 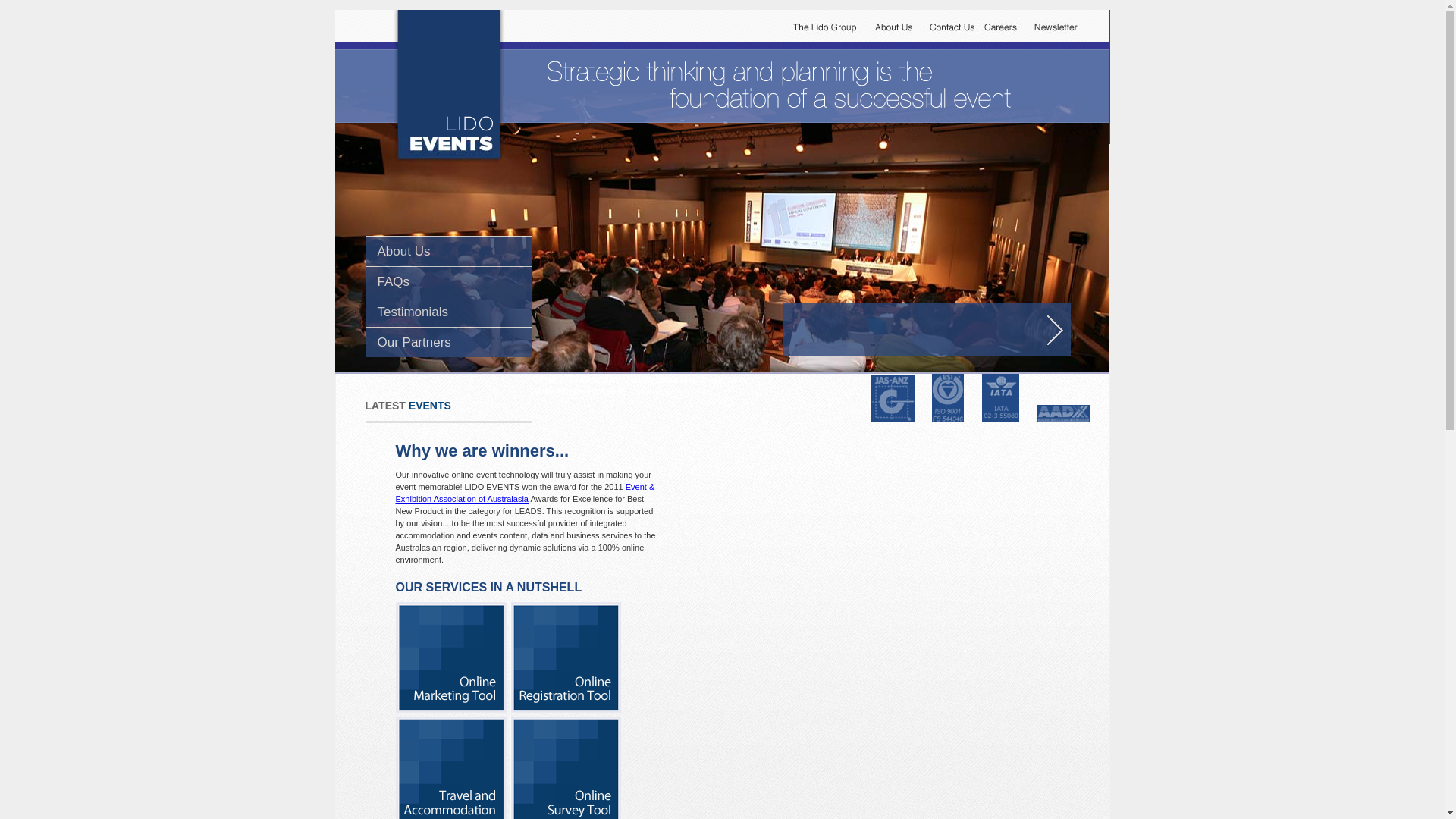 I want to click on 'FAQs', so click(x=394, y=281).